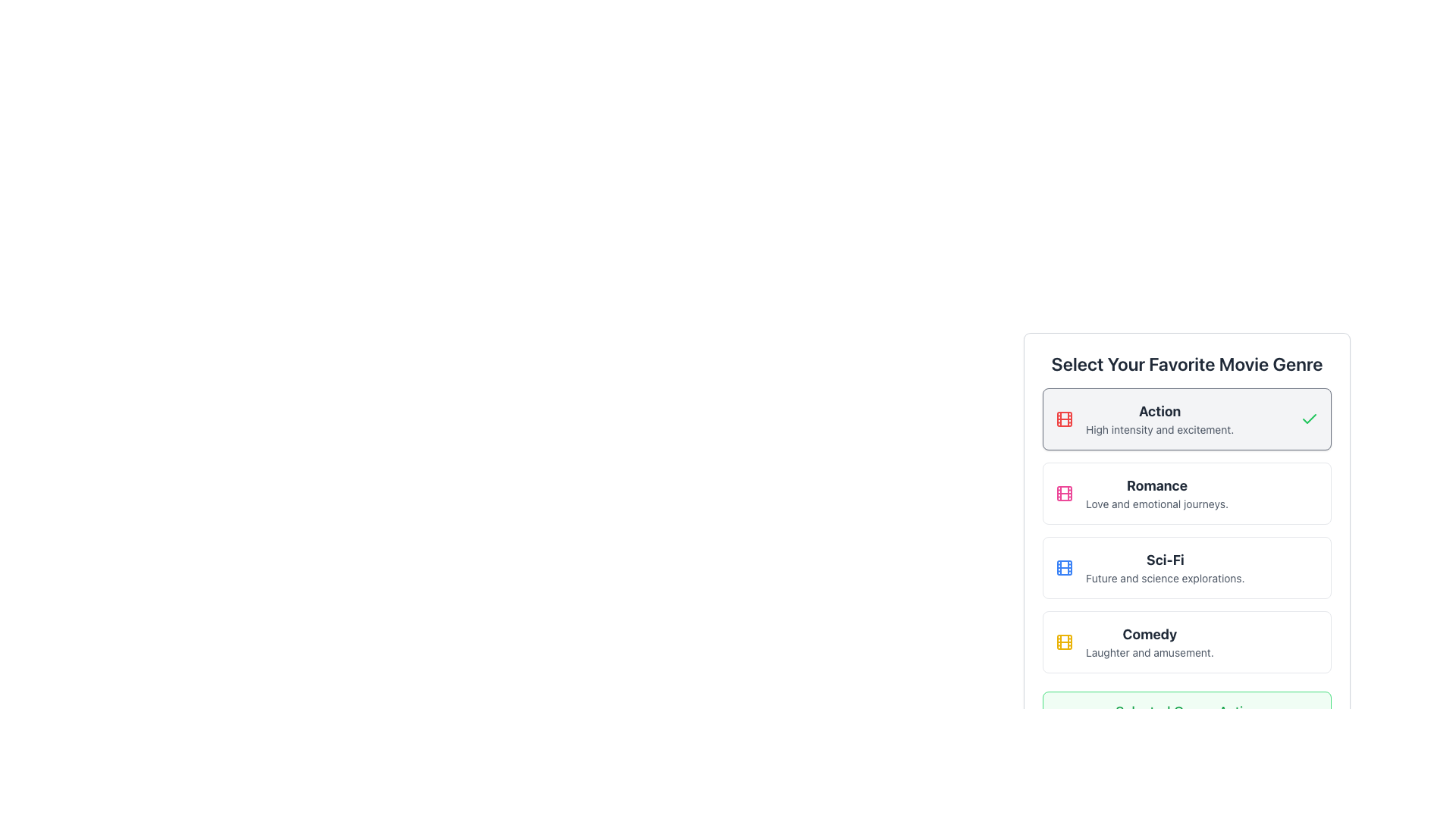 The height and width of the screenshot is (819, 1456). I want to click on the SVG rectangle element that is part of the pink-colored film reel icon, located at the top of the vertical list next to the 'Action' genre text, so click(1063, 494).